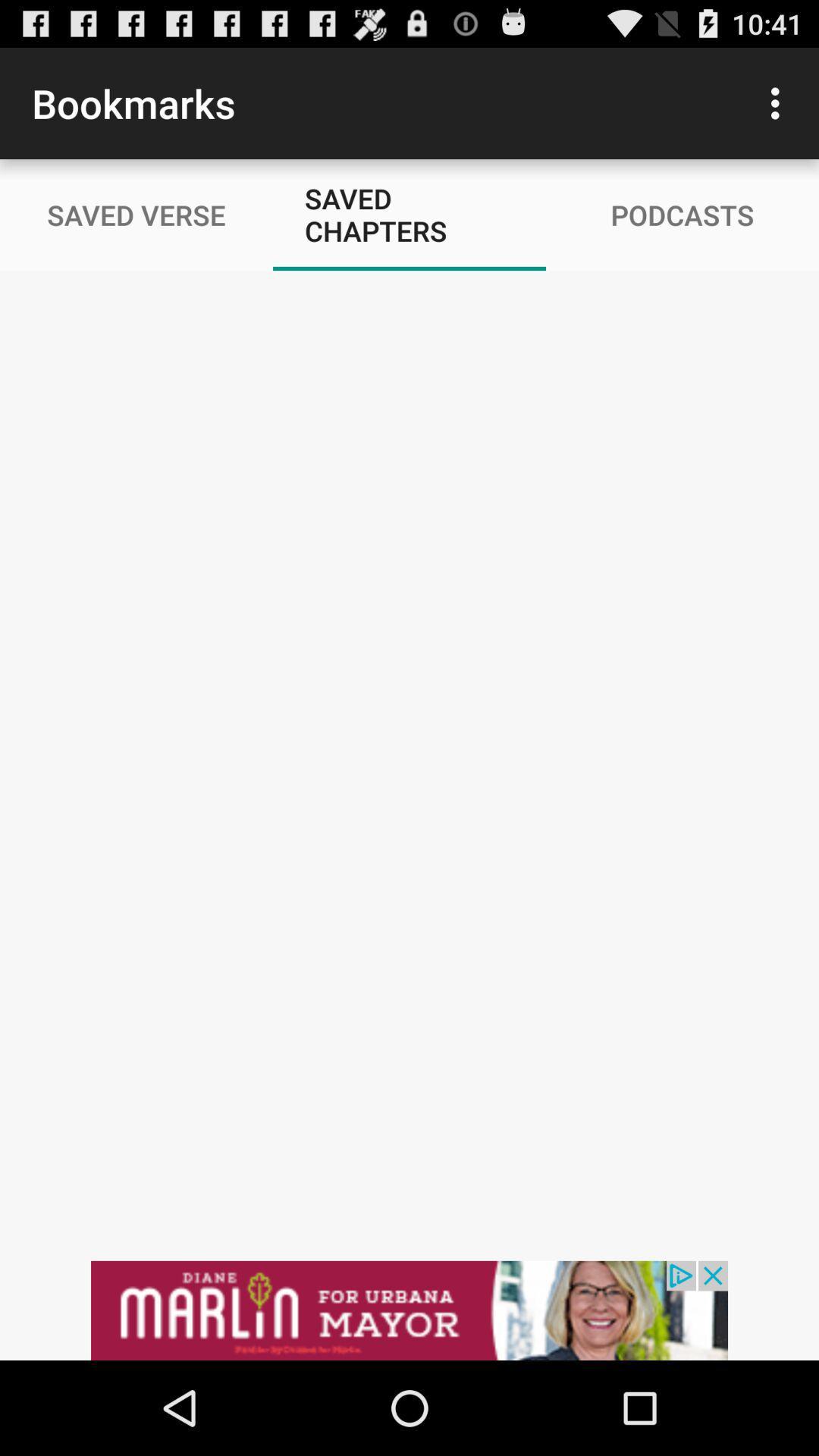 The width and height of the screenshot is (819, 1456). What do you see at coordinates (409, 1310) in the screenshot?
I see `advertisement` at bounding box center [409, 1310].